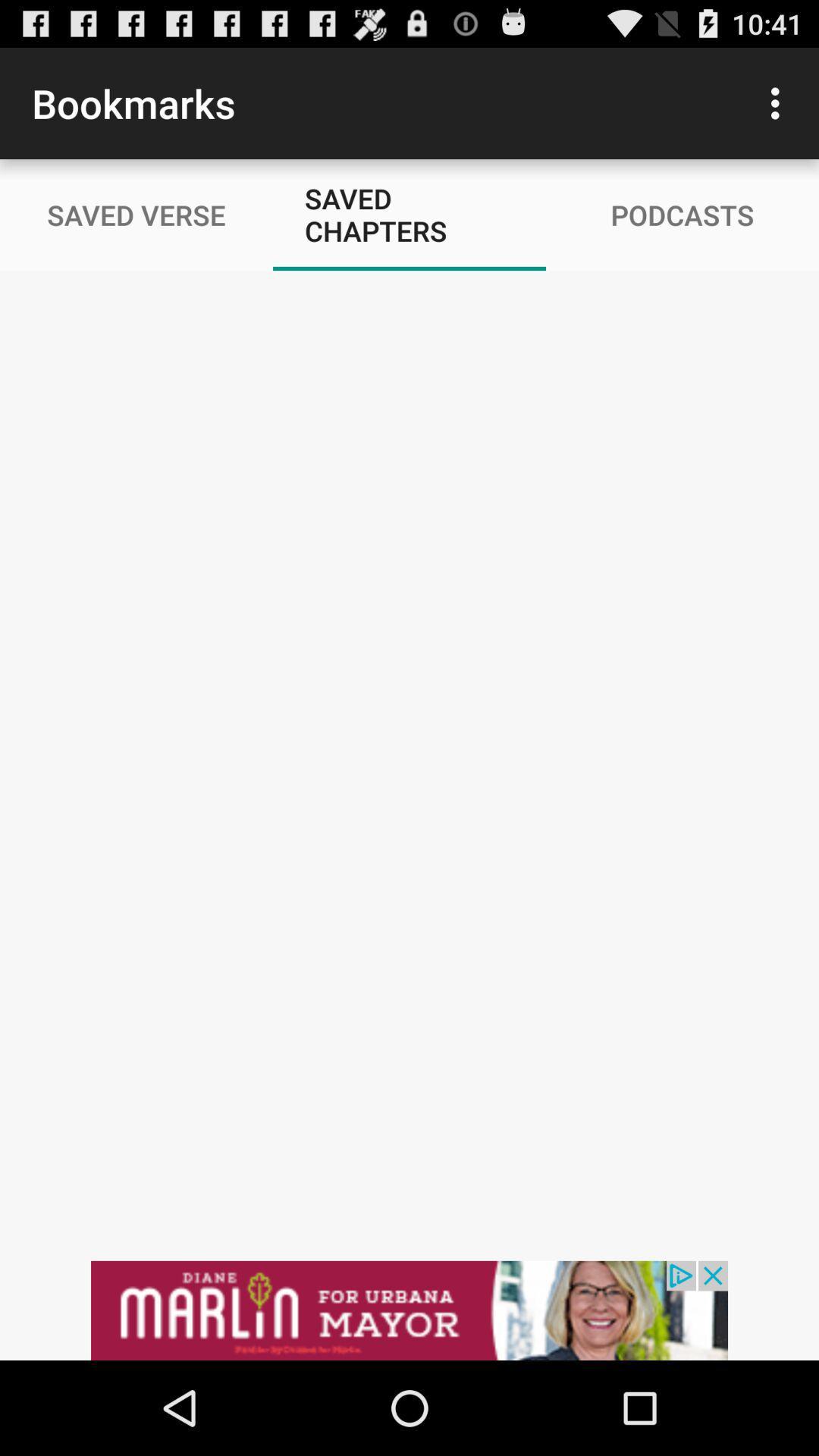 The width and height of the screenshot is (819, 1456). What do you see at coordinates (409, 1310) in the screenshot?
I see `advertisement` at bounding box center [409, 1310].